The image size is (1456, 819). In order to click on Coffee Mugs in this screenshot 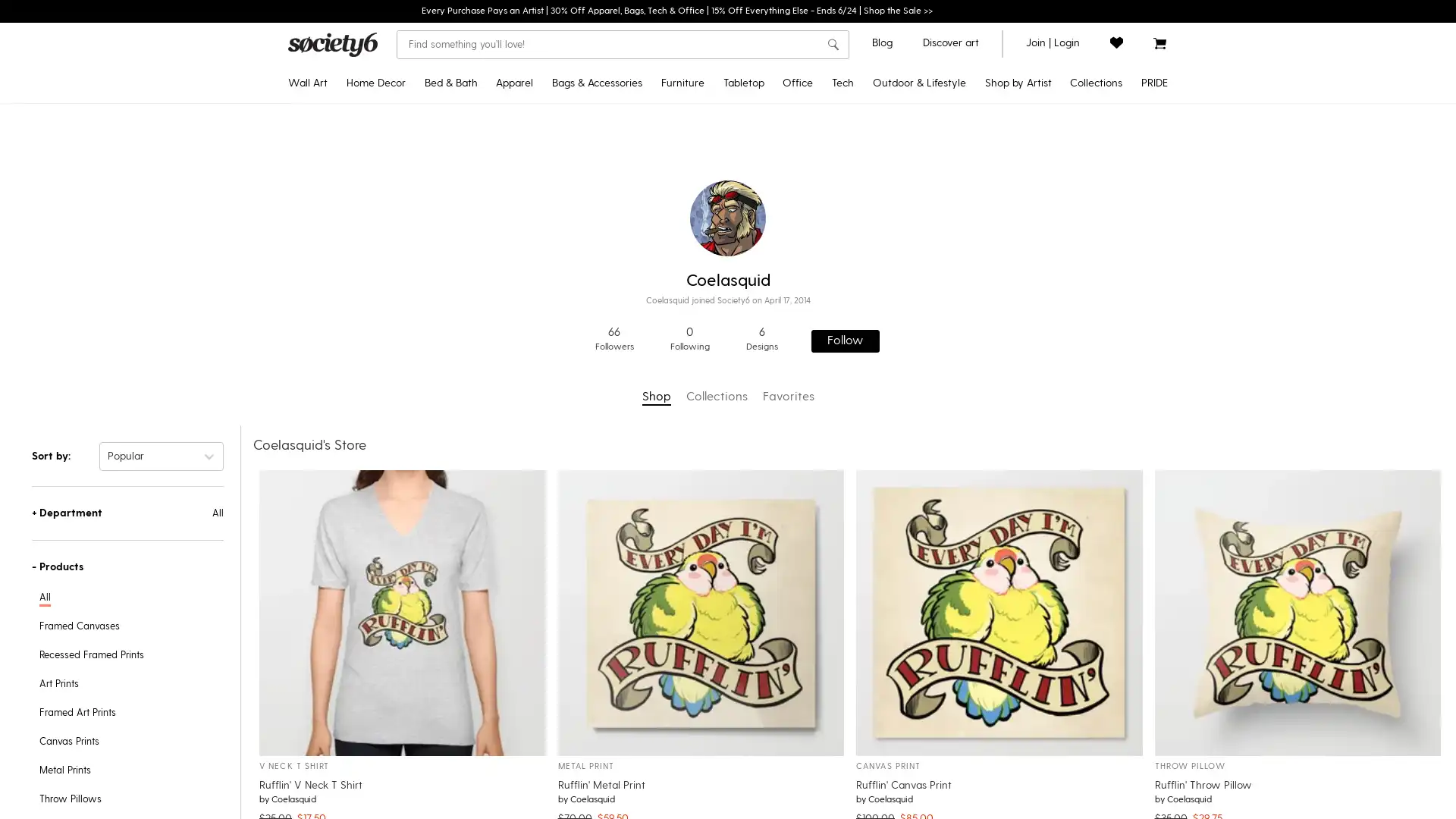, I will do `click(771, 121)`.